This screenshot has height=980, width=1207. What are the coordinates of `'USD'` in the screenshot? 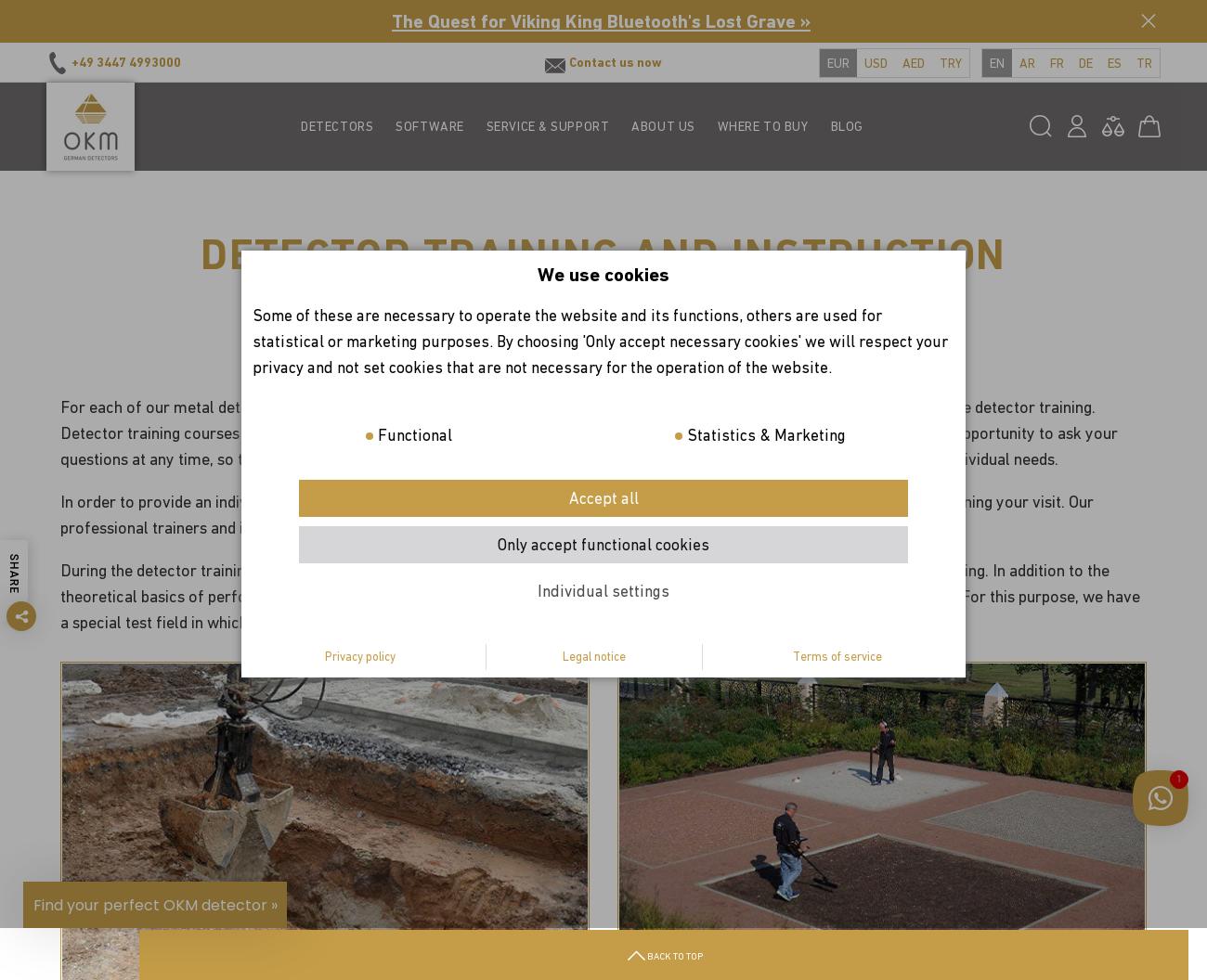 It's located at (876, 62).